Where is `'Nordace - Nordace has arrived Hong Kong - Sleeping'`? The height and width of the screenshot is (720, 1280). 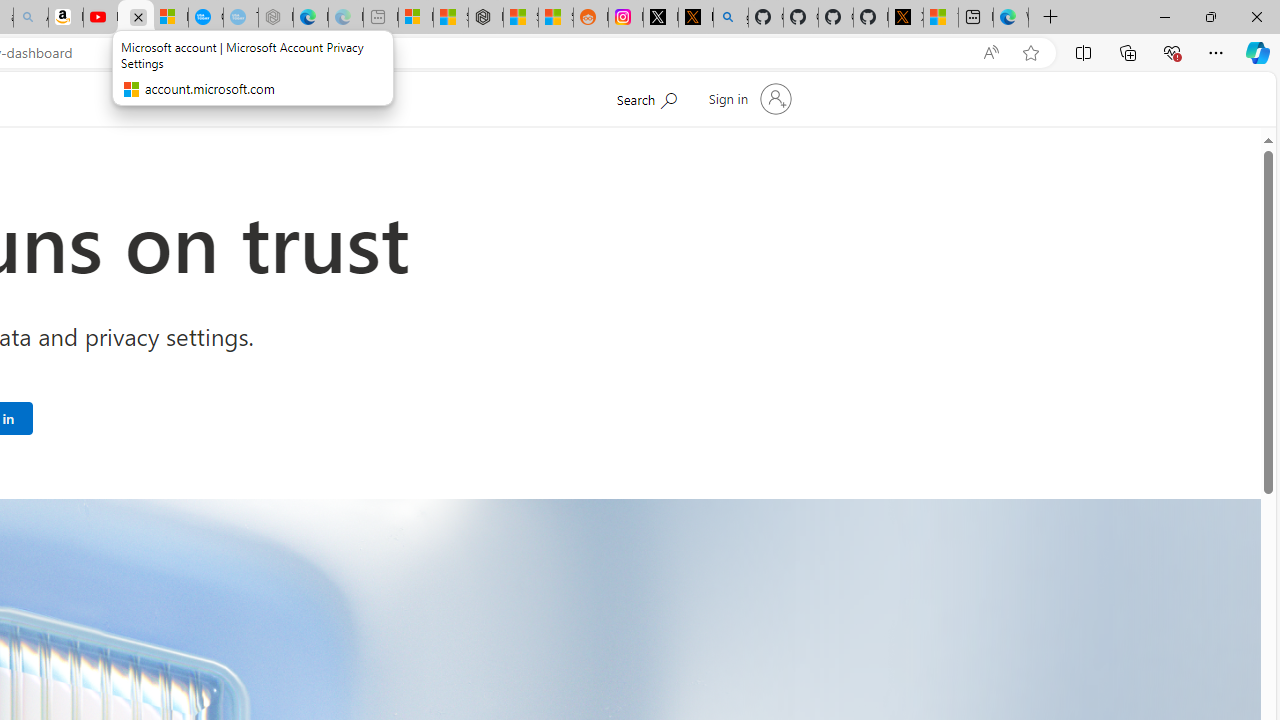
'Nordace - Nordace has arrived Hong Kong - Sleeping' is located at coordinates (274, 17).